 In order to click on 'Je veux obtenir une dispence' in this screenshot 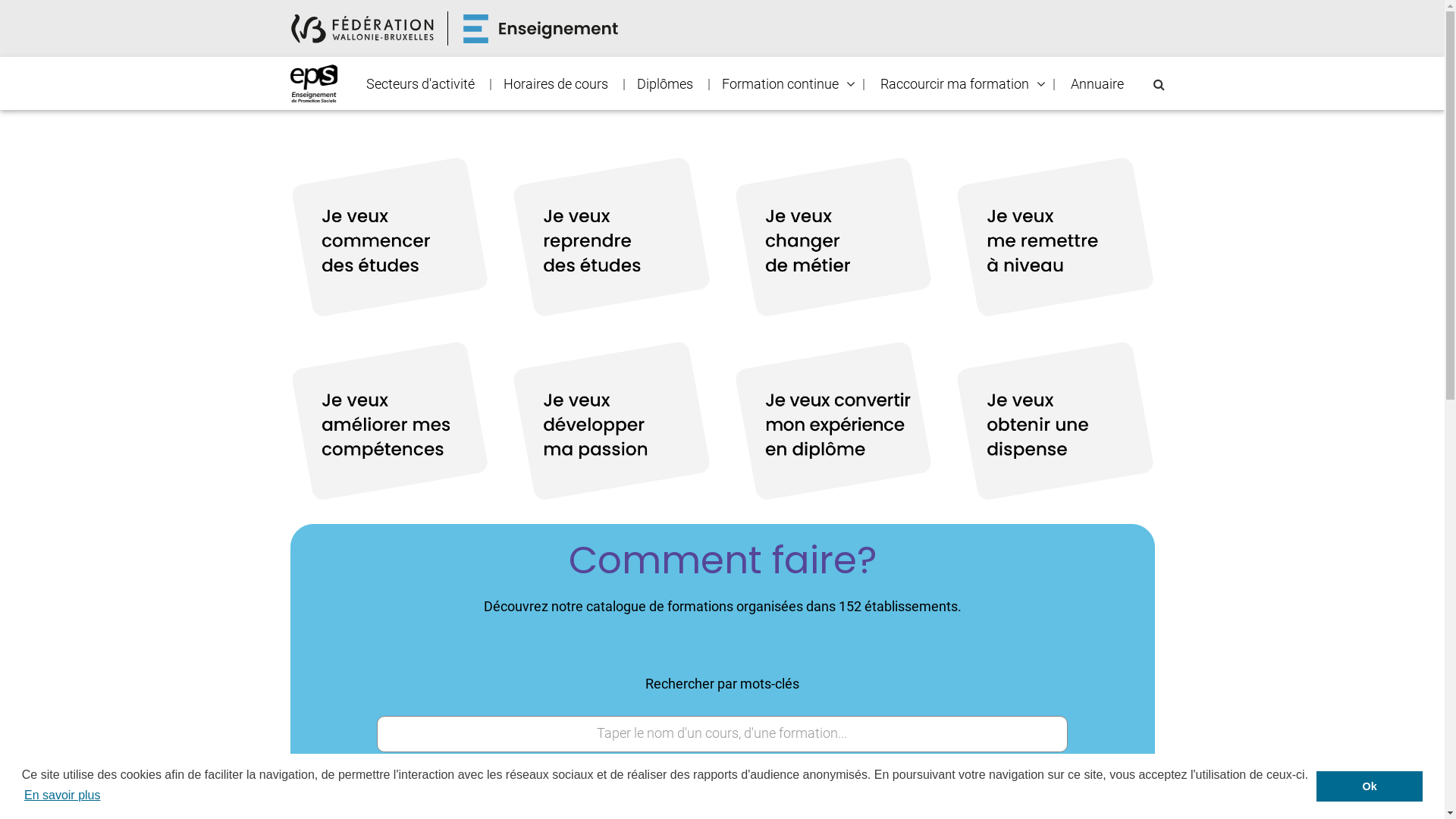, I will do `click(1054, 421)`.